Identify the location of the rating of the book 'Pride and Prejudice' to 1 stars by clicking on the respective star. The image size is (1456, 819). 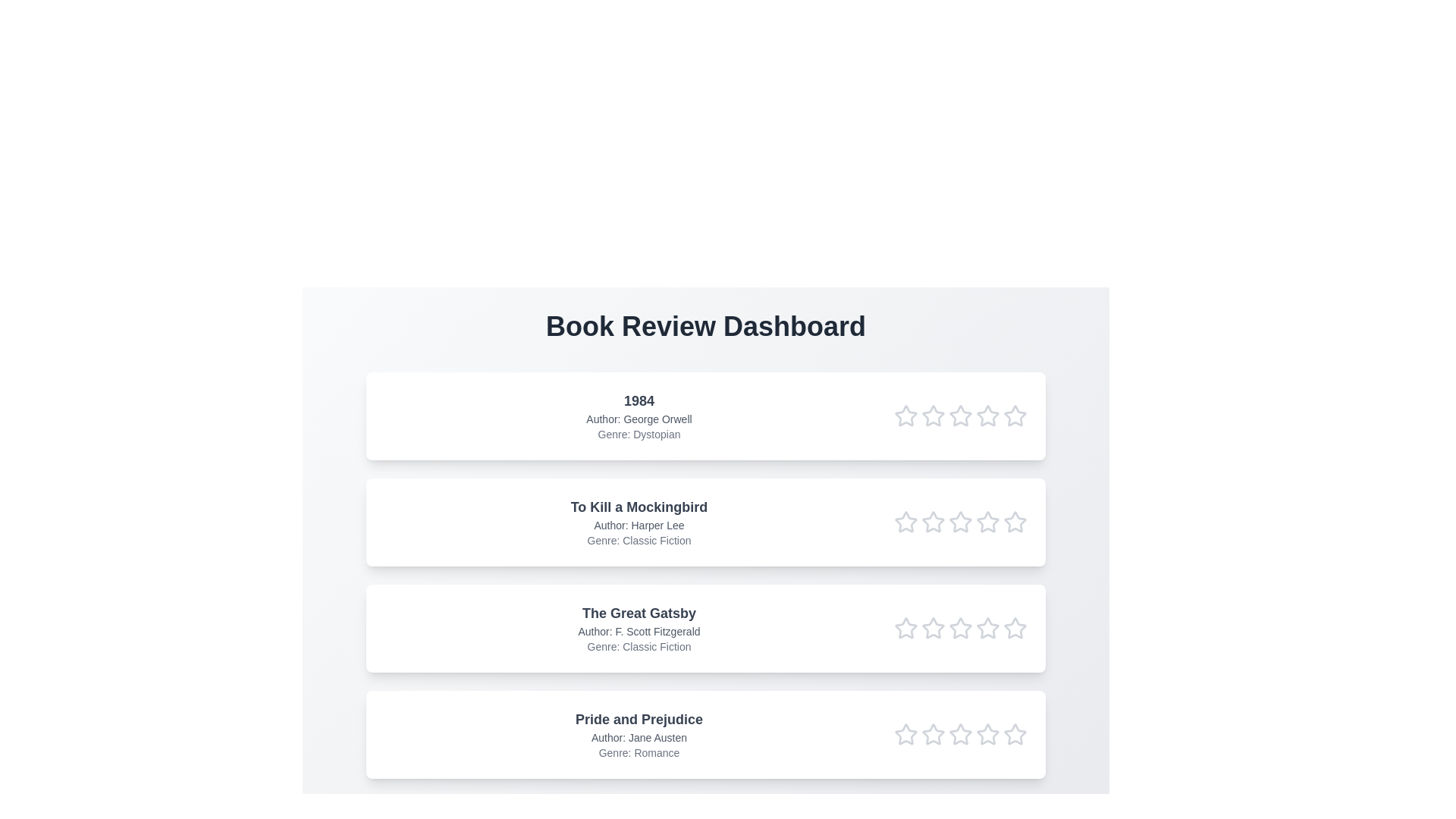
(906, 733).